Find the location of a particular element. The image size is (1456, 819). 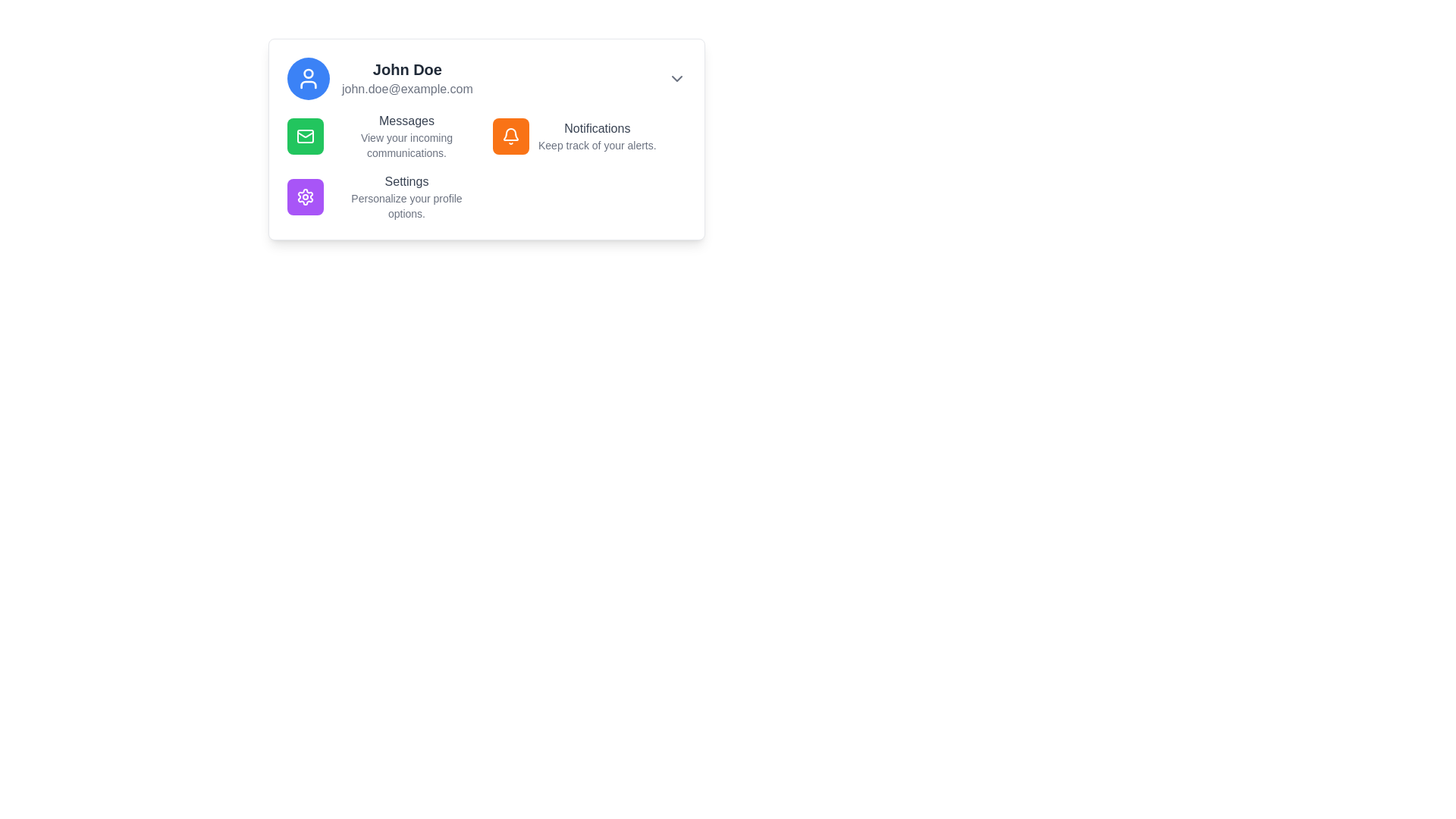

the inner triangular portion of the mail icon, which is styled as a thin vector stroke and is part of the envelope representation in the profile card's menu is located at coordinates (305, 133).